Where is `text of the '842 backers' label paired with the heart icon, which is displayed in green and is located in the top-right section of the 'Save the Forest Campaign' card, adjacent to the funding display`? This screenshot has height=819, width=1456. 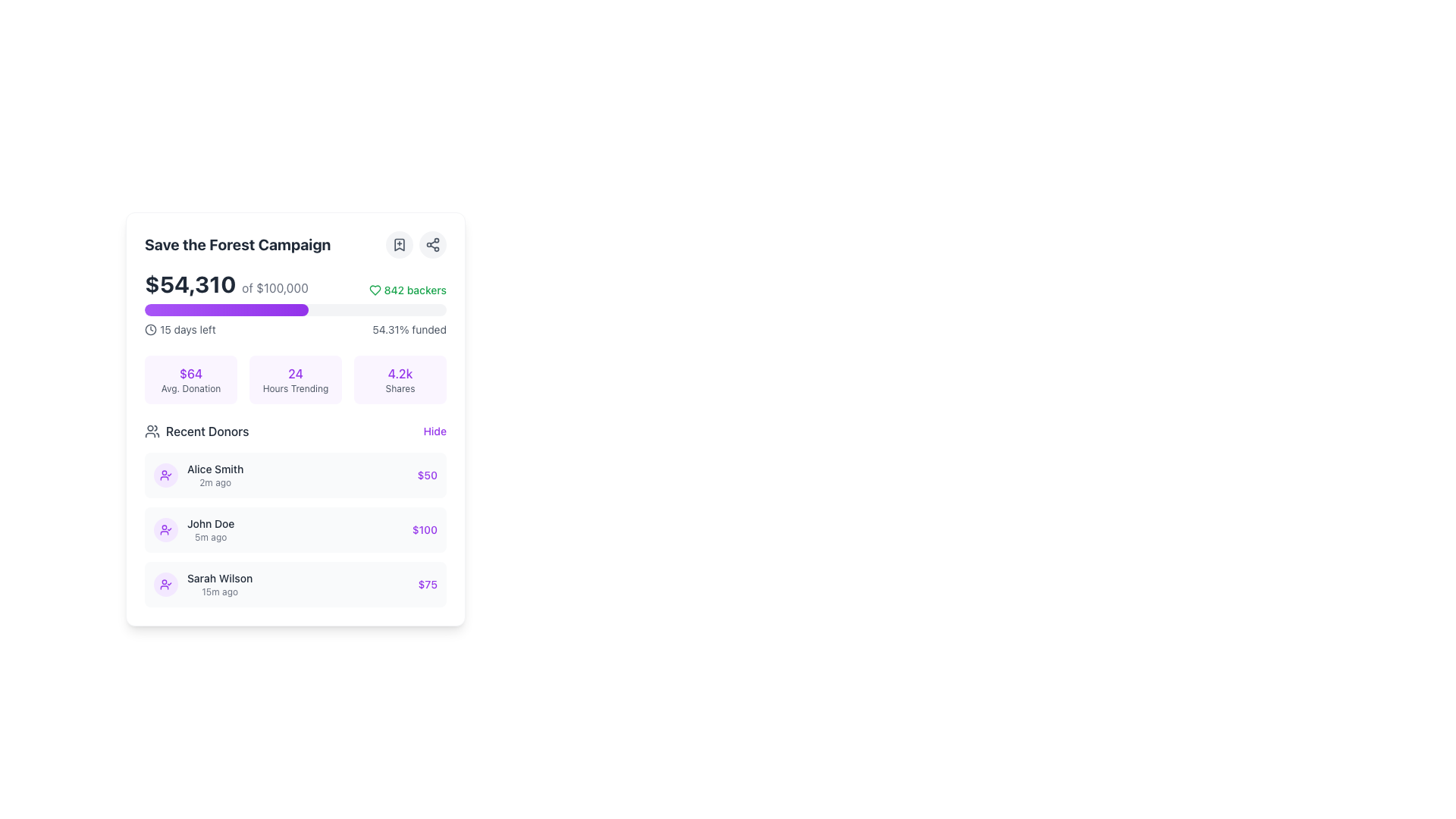
text of the '842 backers' label paired with the heart icon, which is displayed in green and is located in the top-right section of the 'Save the Forest Campaign' card, adjacent to the funding display is located at coordinates (407, 290).